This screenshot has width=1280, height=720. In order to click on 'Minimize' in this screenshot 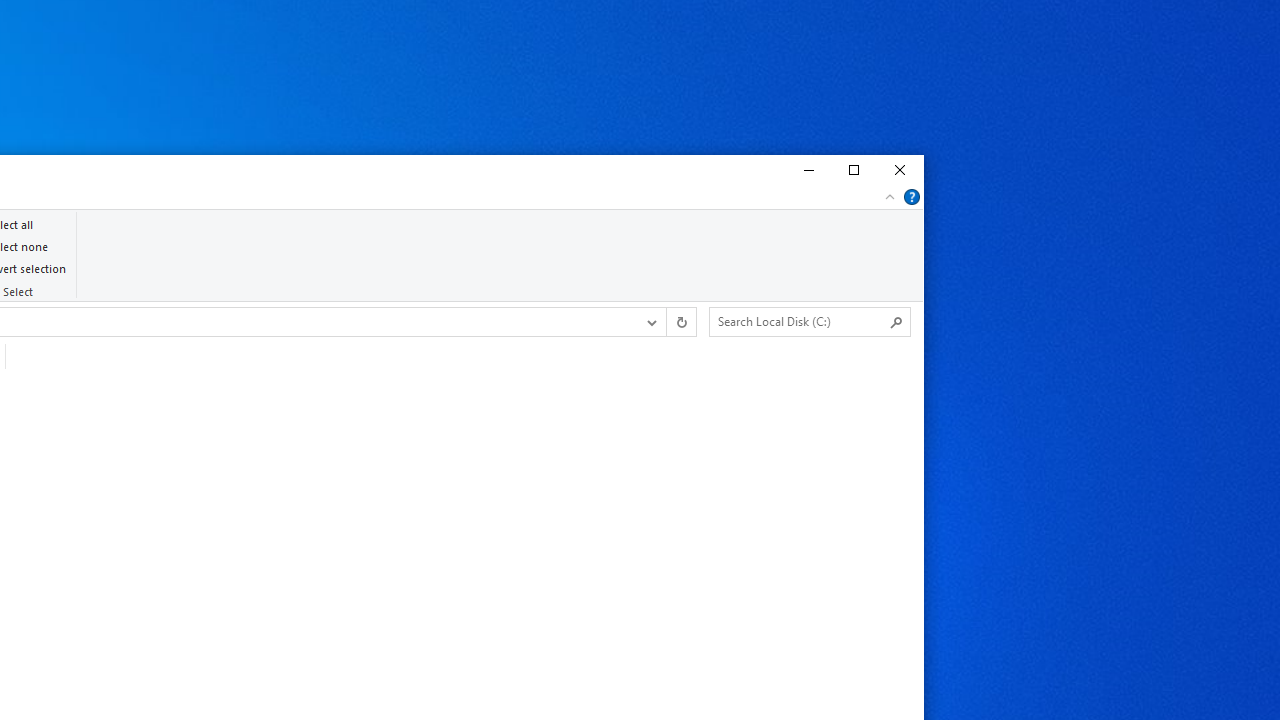, I will do `click(807, 170)`.